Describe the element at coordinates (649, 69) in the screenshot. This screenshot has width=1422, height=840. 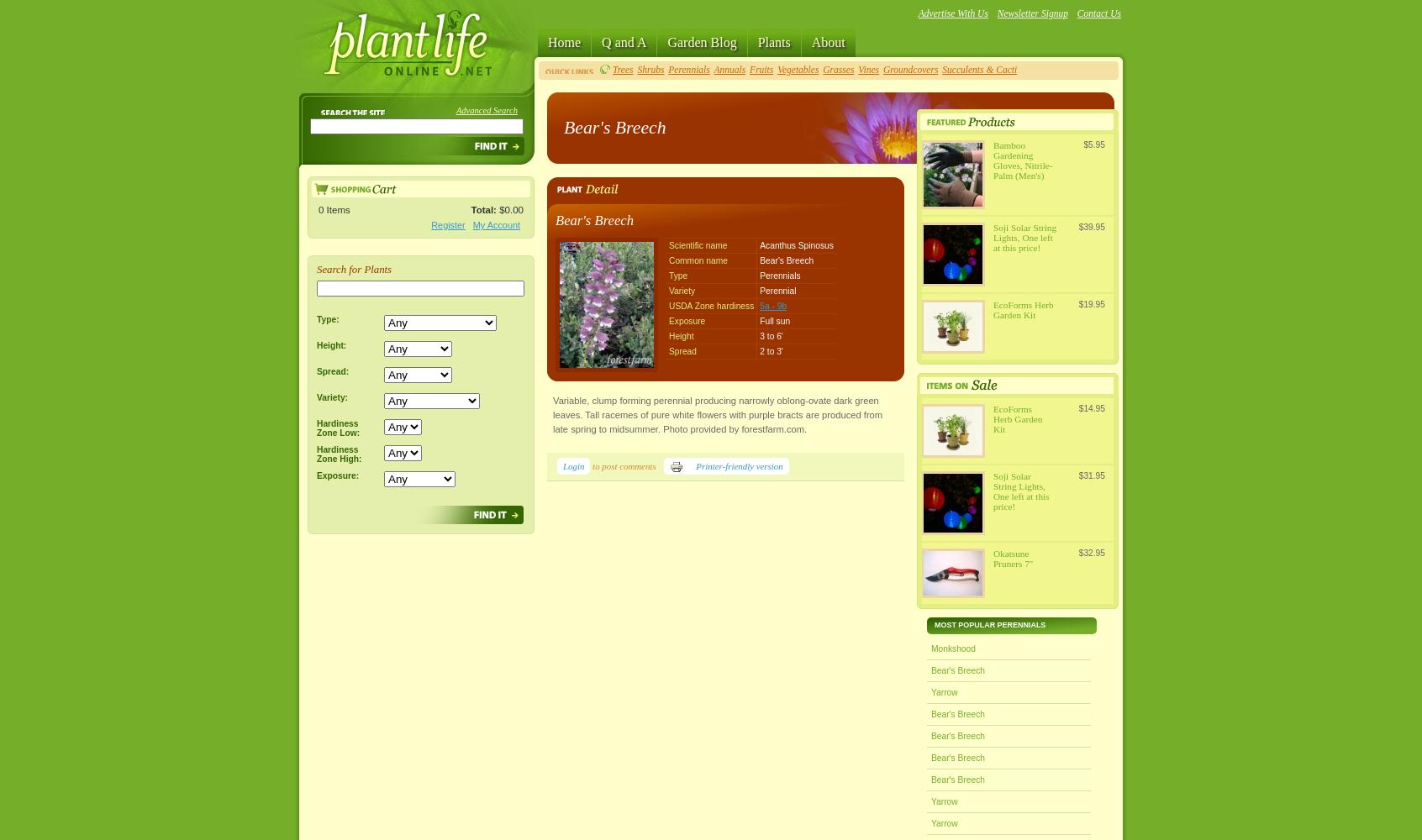
I see `'Shrubs'` at that location.